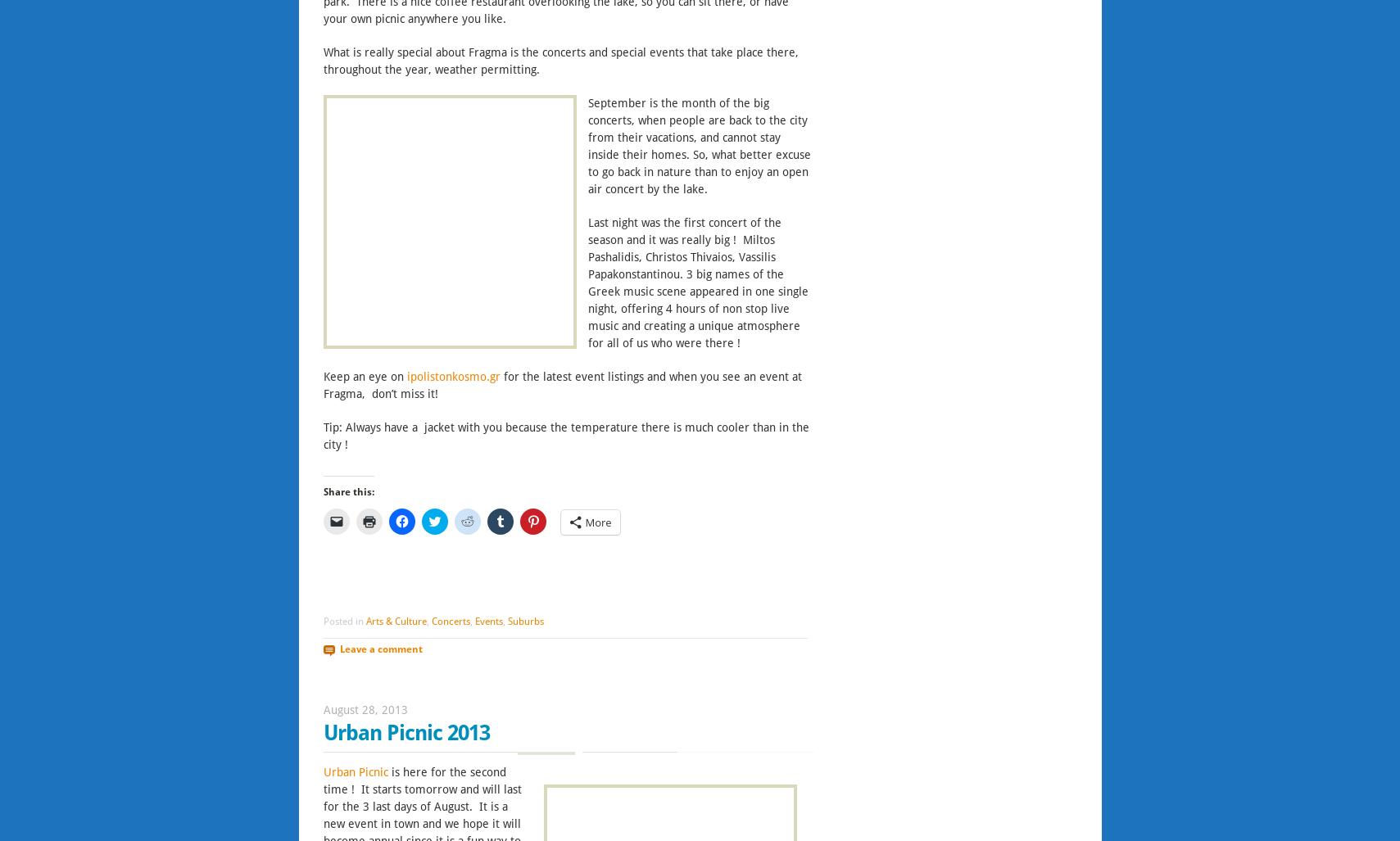 Image resolution: width=1400 pixels, height=841 pixels. I want to click on 'Arts & Culture', so click(394, 620).